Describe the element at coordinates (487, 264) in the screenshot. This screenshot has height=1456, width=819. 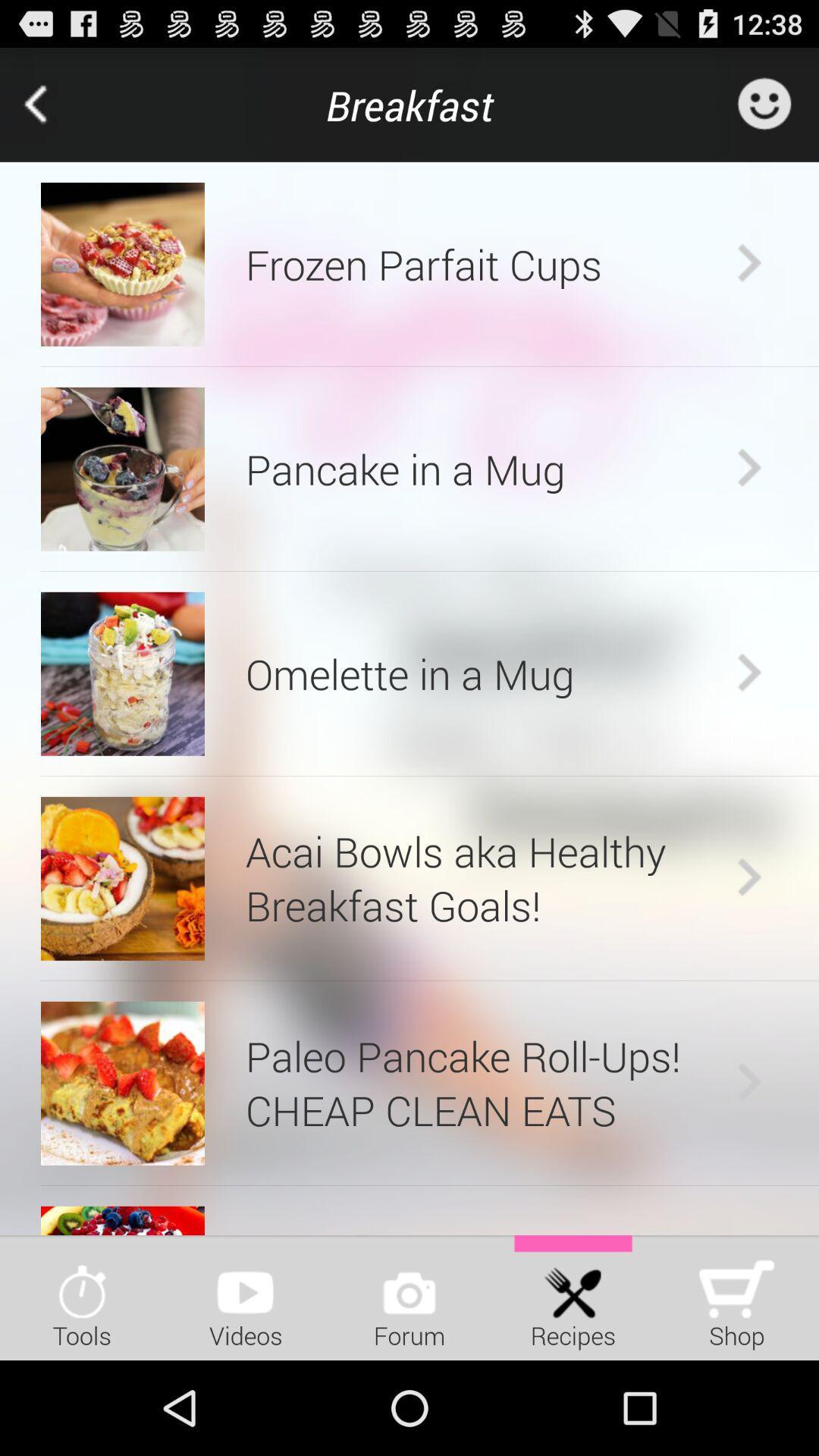
I see `frozen parfait cups app` at that location.